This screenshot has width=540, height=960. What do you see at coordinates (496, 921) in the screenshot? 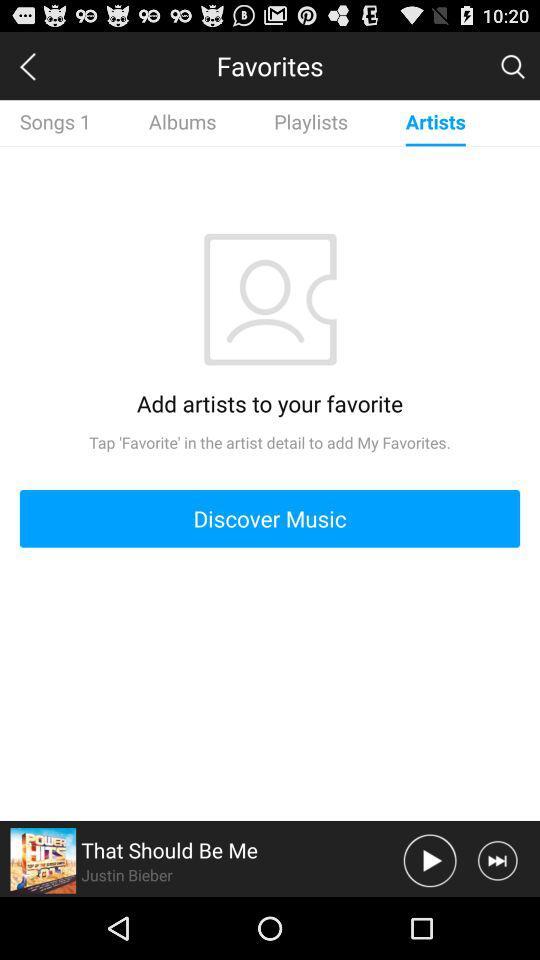
I see `the skip_next icon` at bounding box center [496, 921].